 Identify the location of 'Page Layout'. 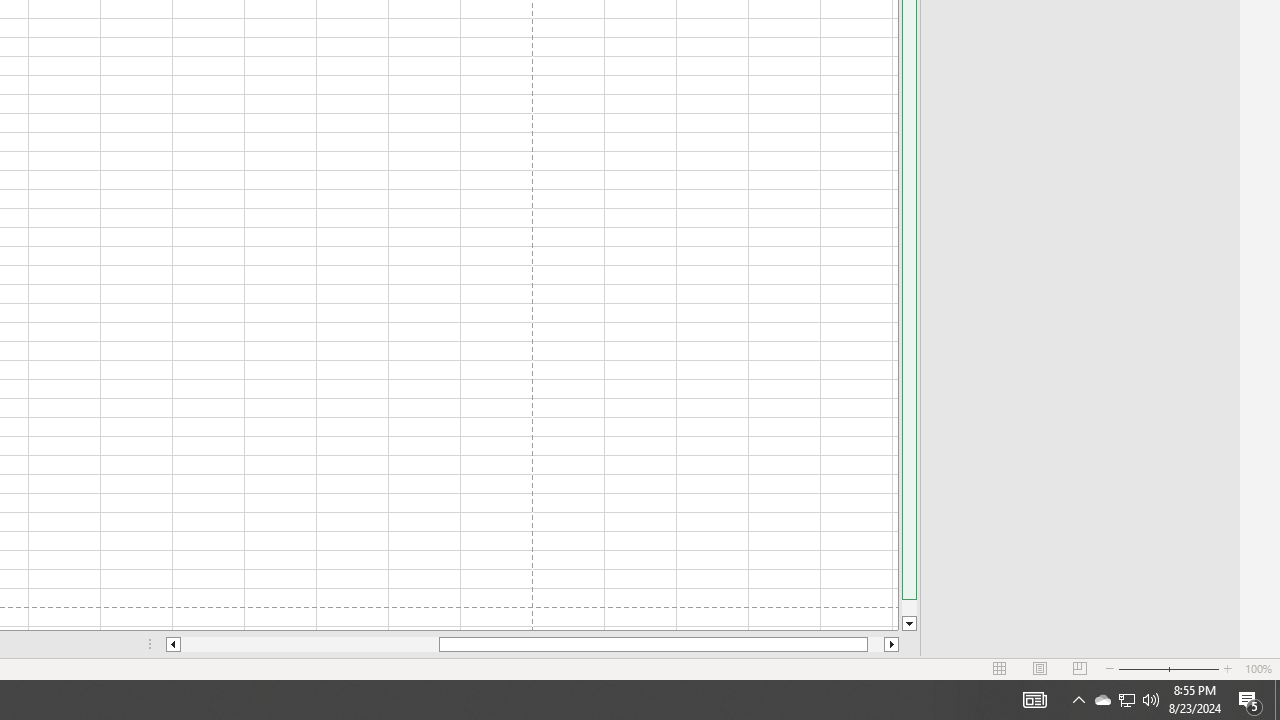
(1040, 669).